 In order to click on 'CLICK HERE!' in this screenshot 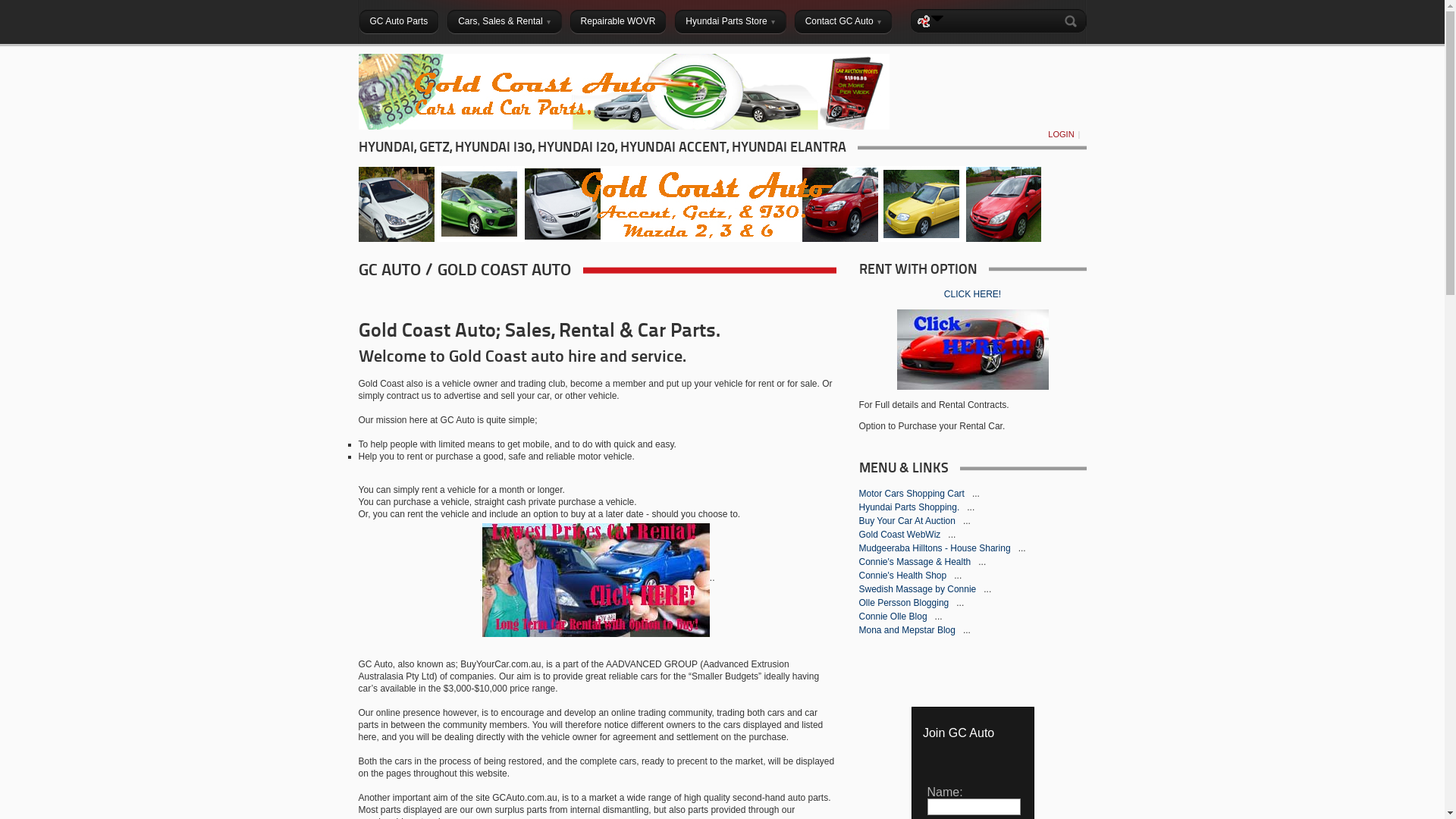, I will do `click(972, 294)`.